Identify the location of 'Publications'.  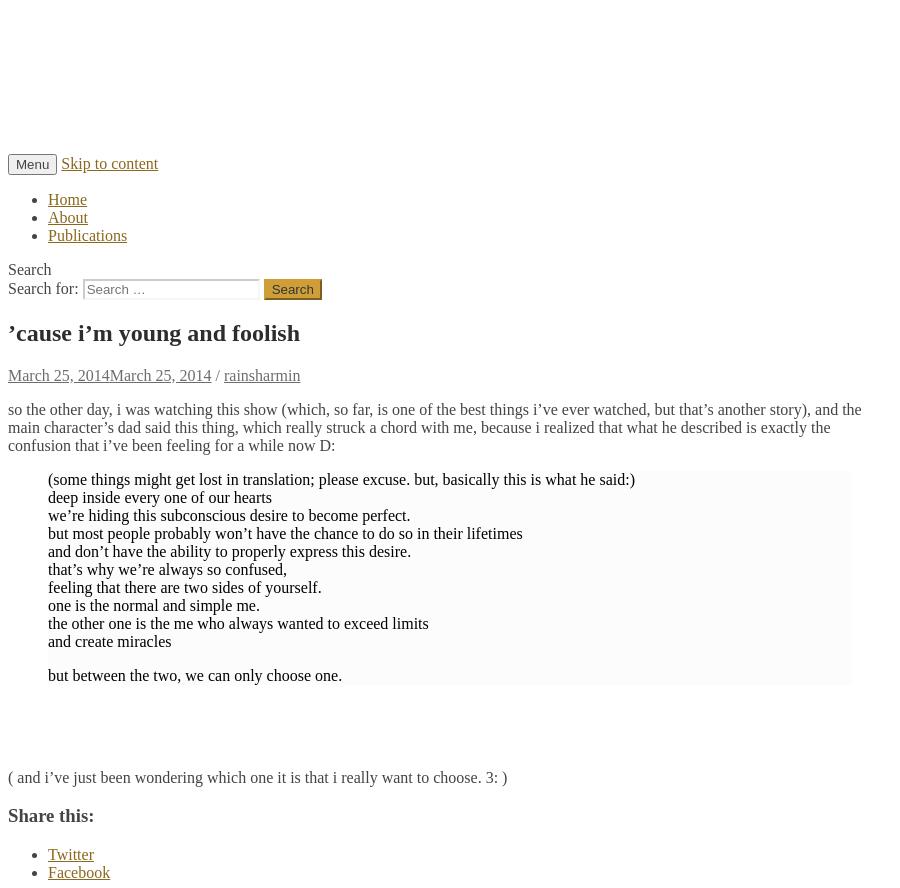
(86, 234).